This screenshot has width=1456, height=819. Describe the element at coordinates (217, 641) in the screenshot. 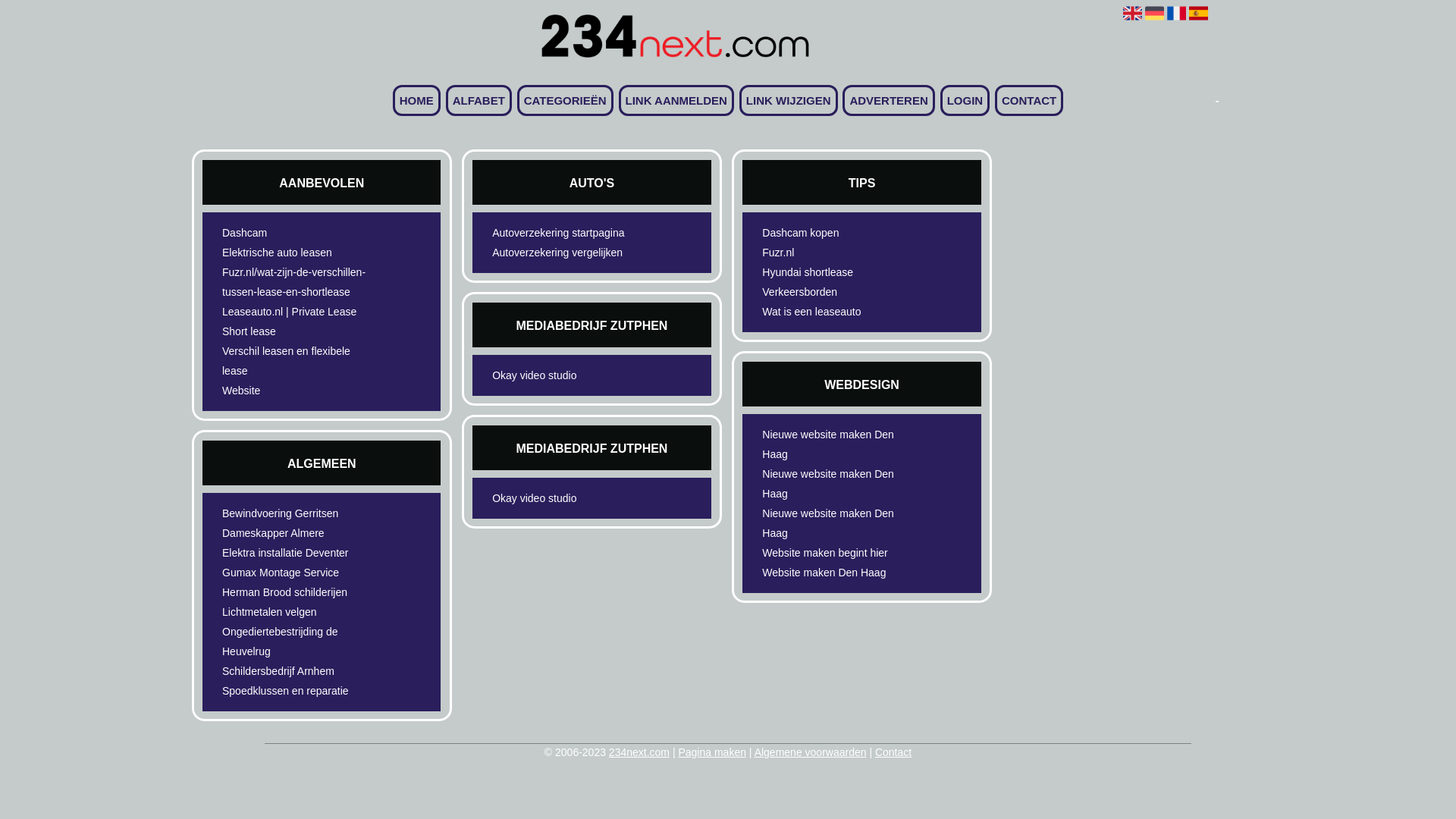

I see `'Ongediertebestrijding de Heuvelrug'` at that location.